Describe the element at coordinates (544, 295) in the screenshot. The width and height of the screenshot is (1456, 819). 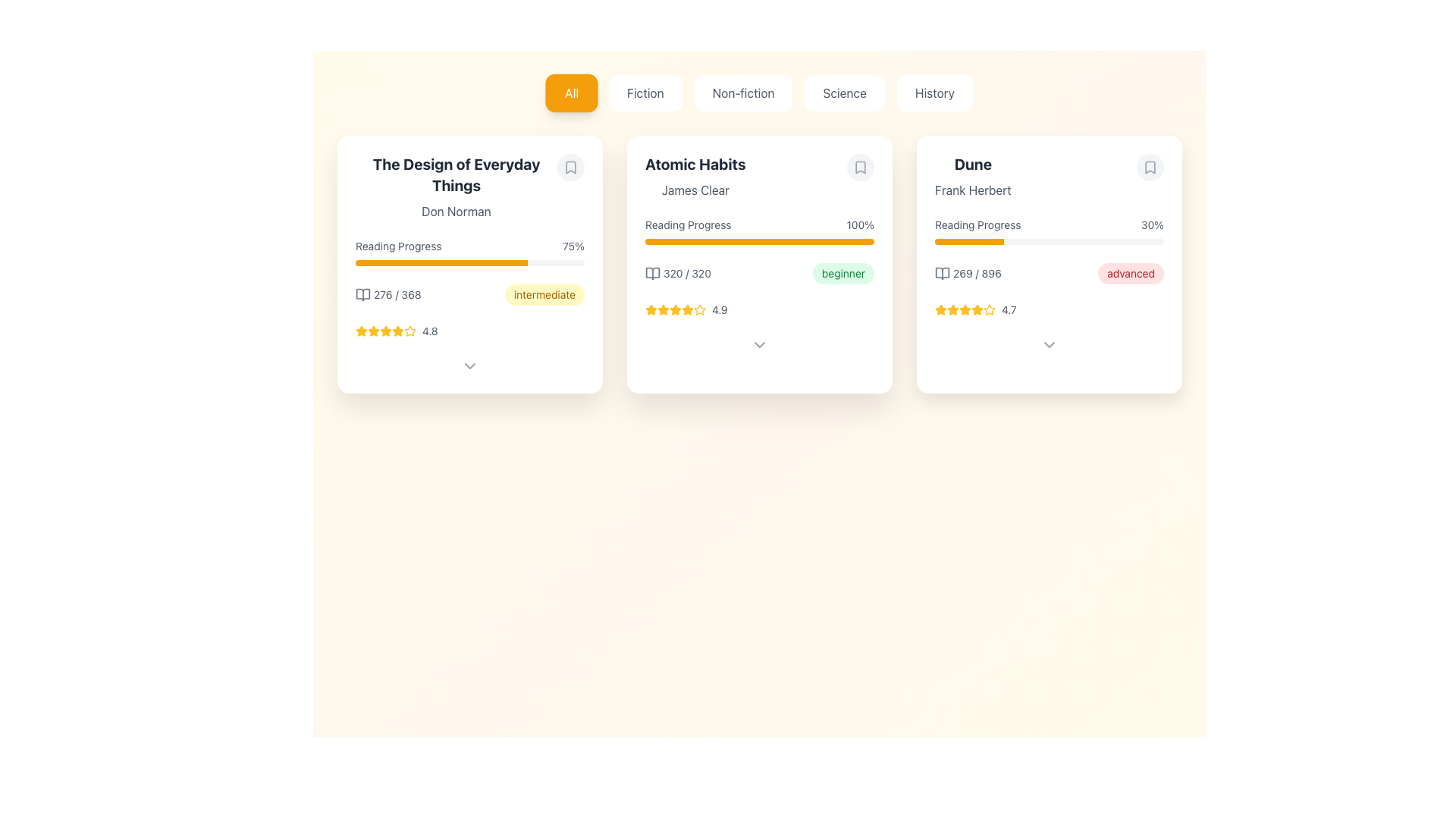
I see `text from the pill-shaped label displaying 'intermediate' with a yellow background, located in the card for 'The Design of Everyday Things' near the bottom right of the reading progress indicator` at that location.